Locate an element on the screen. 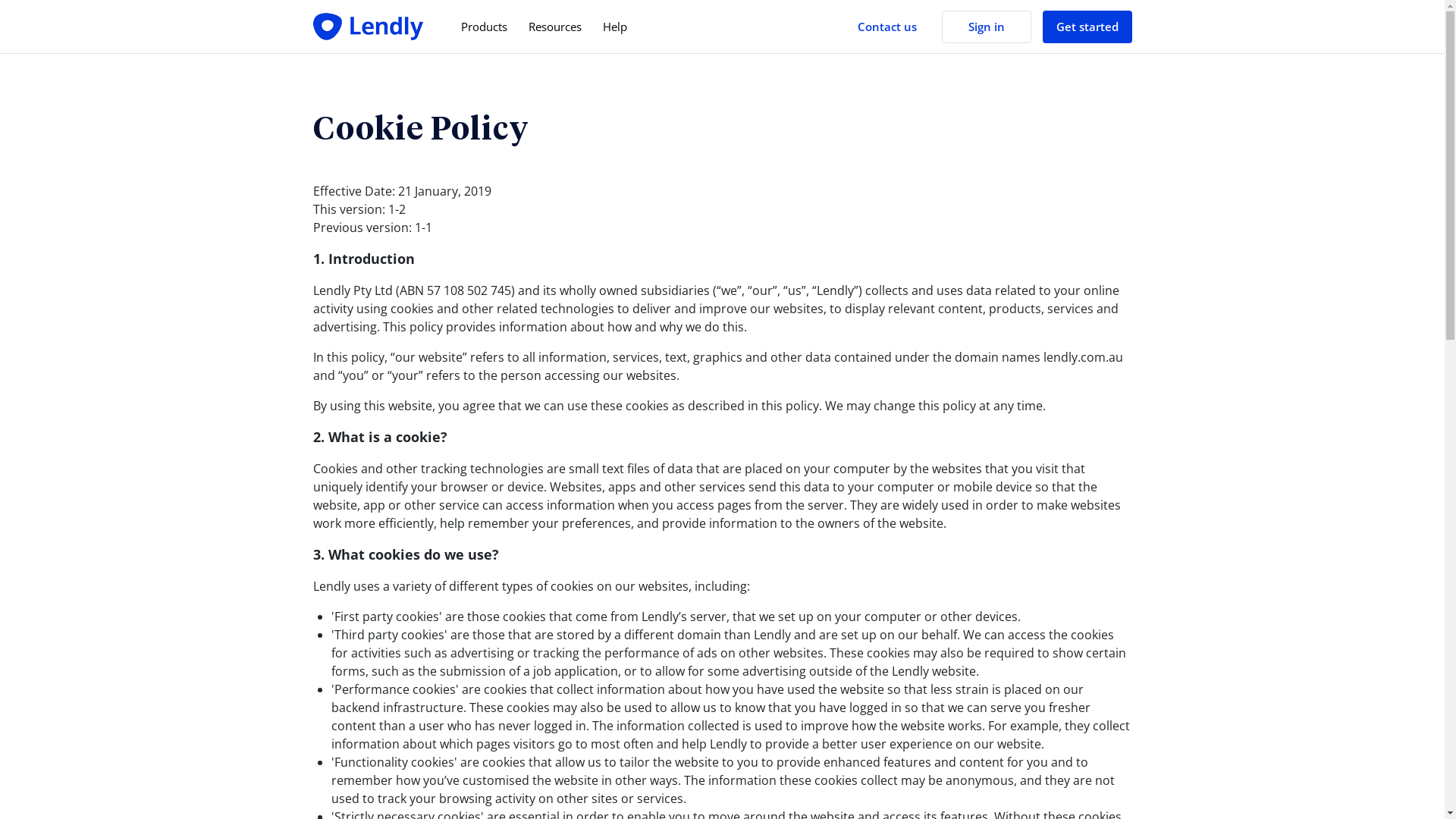 The height and width of the screenshot is (819, 1456). 'Help' is located at coordinates (590, 27).